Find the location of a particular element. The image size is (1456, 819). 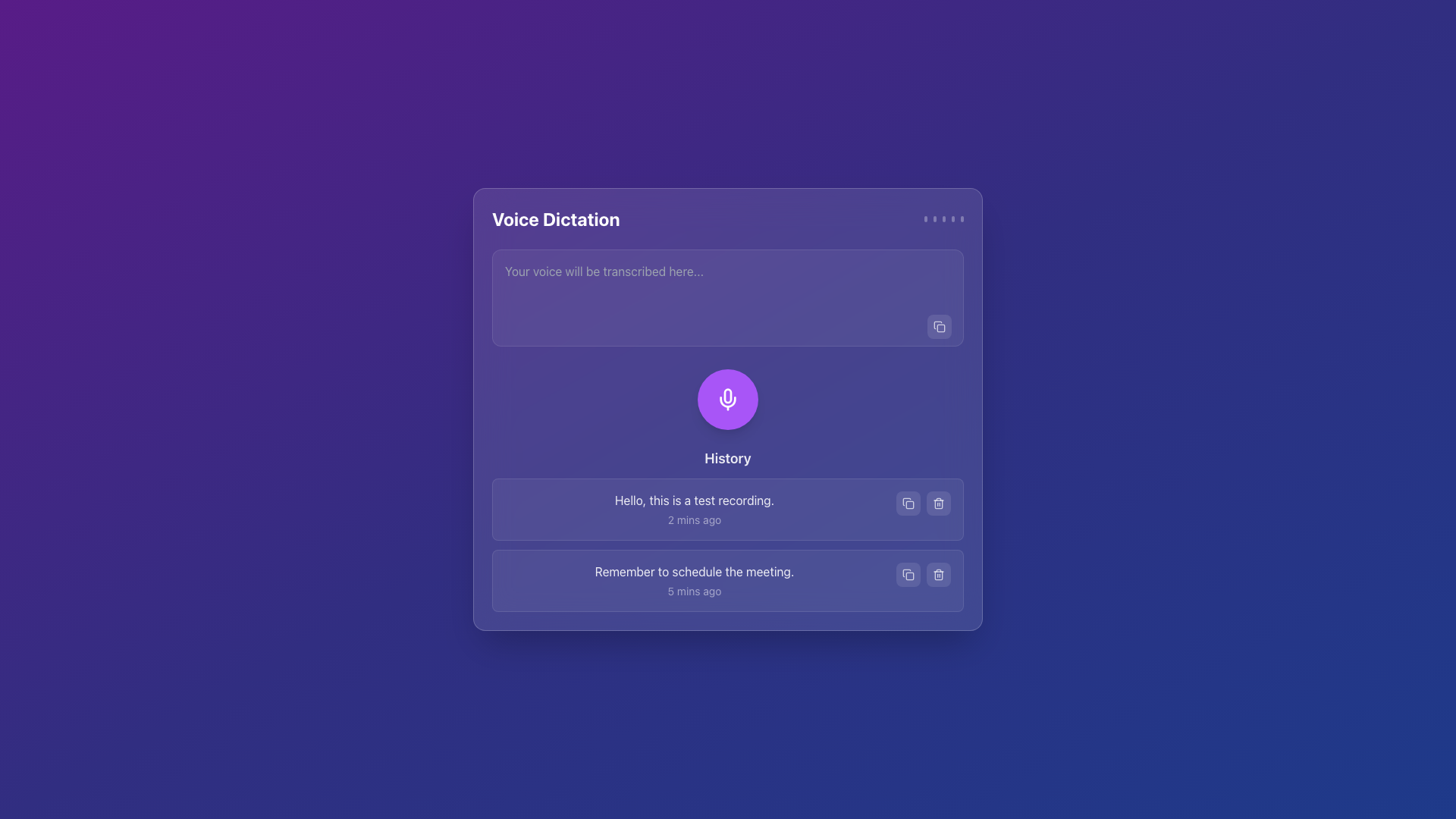

the copy button located at the bottom-right corner of the input field with the placeholder 'Your voice will be transcribed here...' is located at coordinates (938, 326).